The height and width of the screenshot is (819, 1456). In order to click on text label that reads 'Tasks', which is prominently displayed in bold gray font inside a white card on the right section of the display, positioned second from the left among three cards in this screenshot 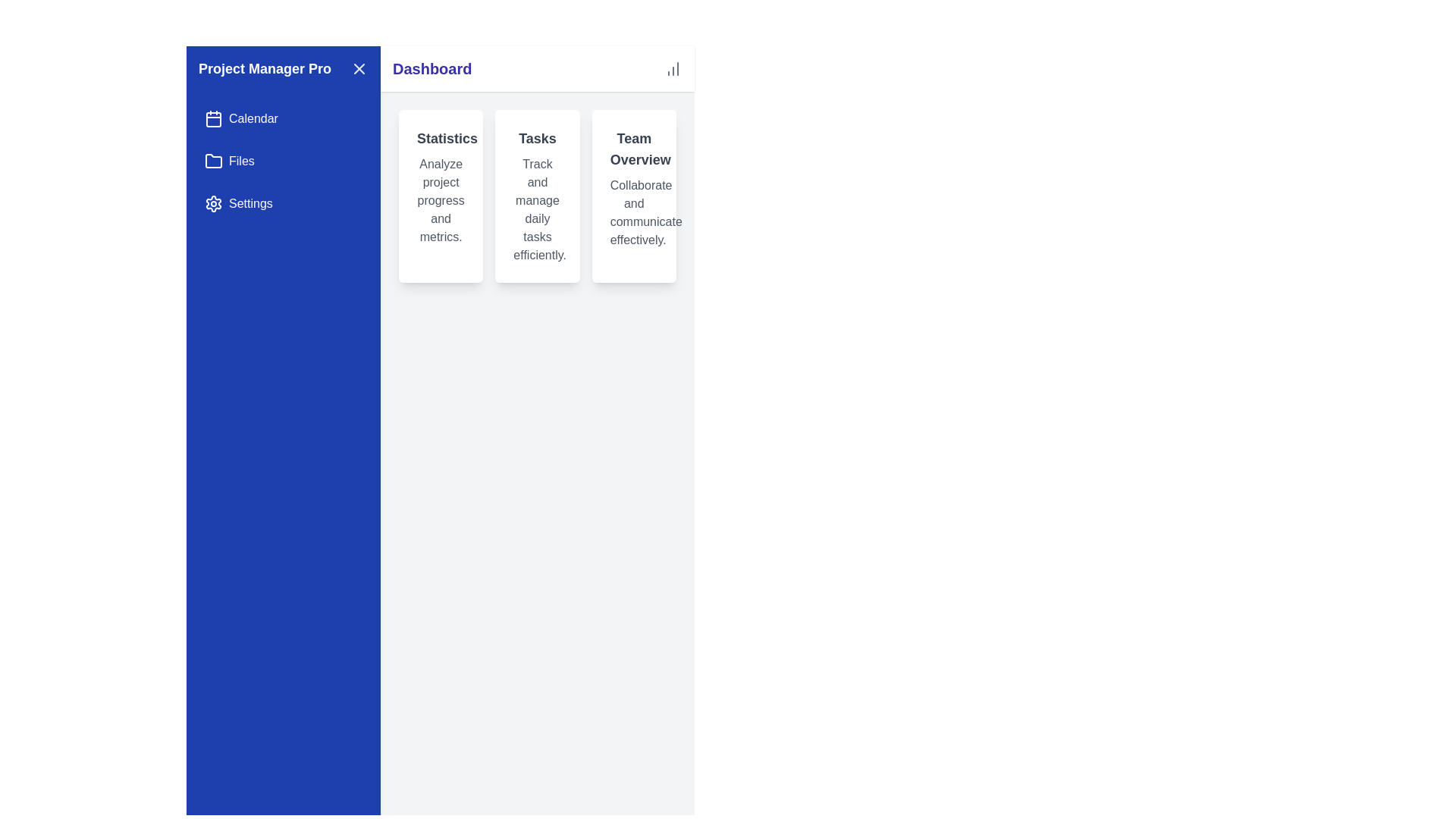, I will do `click(538, 138)`.